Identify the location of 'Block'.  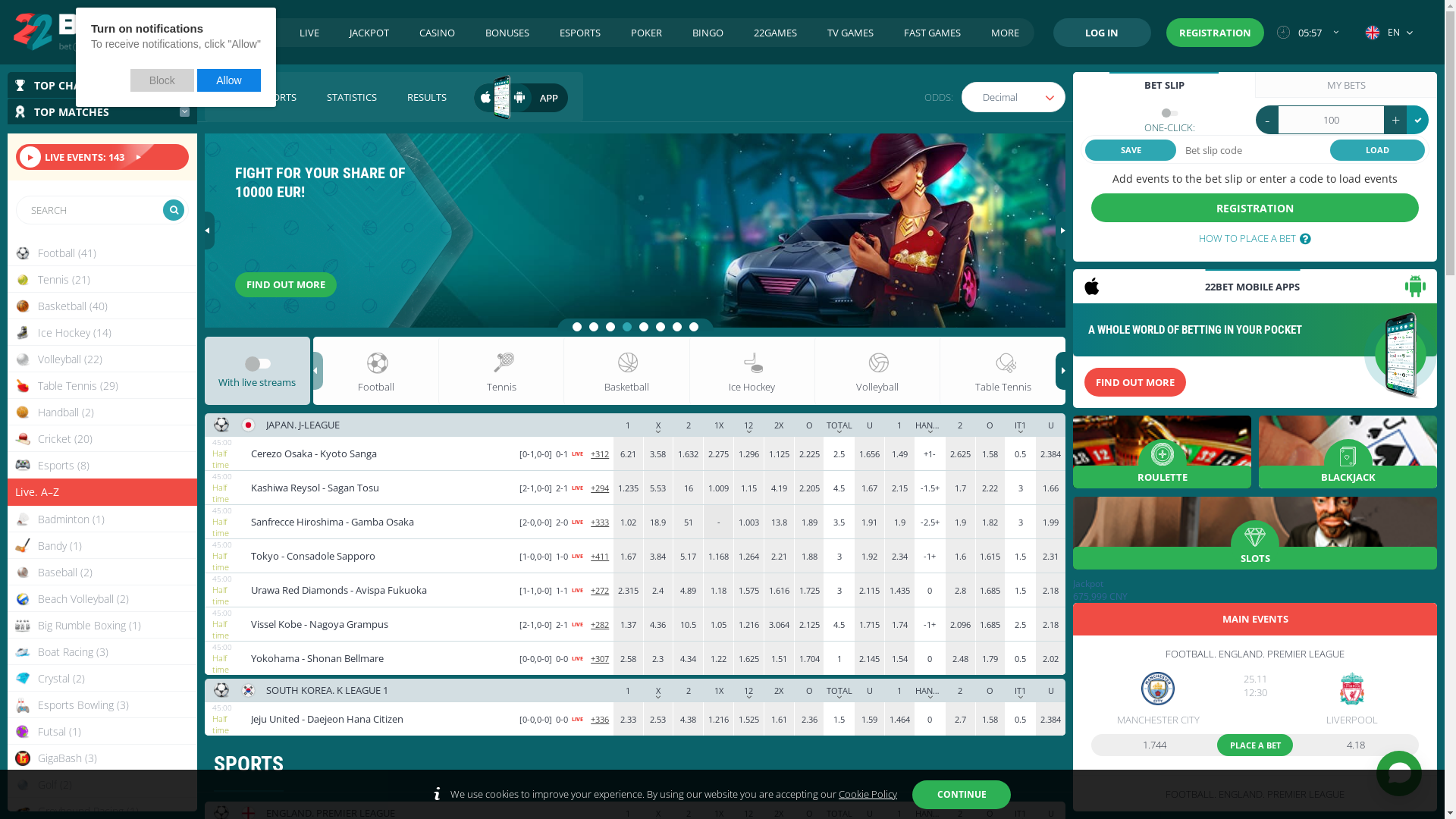
(130, 80).